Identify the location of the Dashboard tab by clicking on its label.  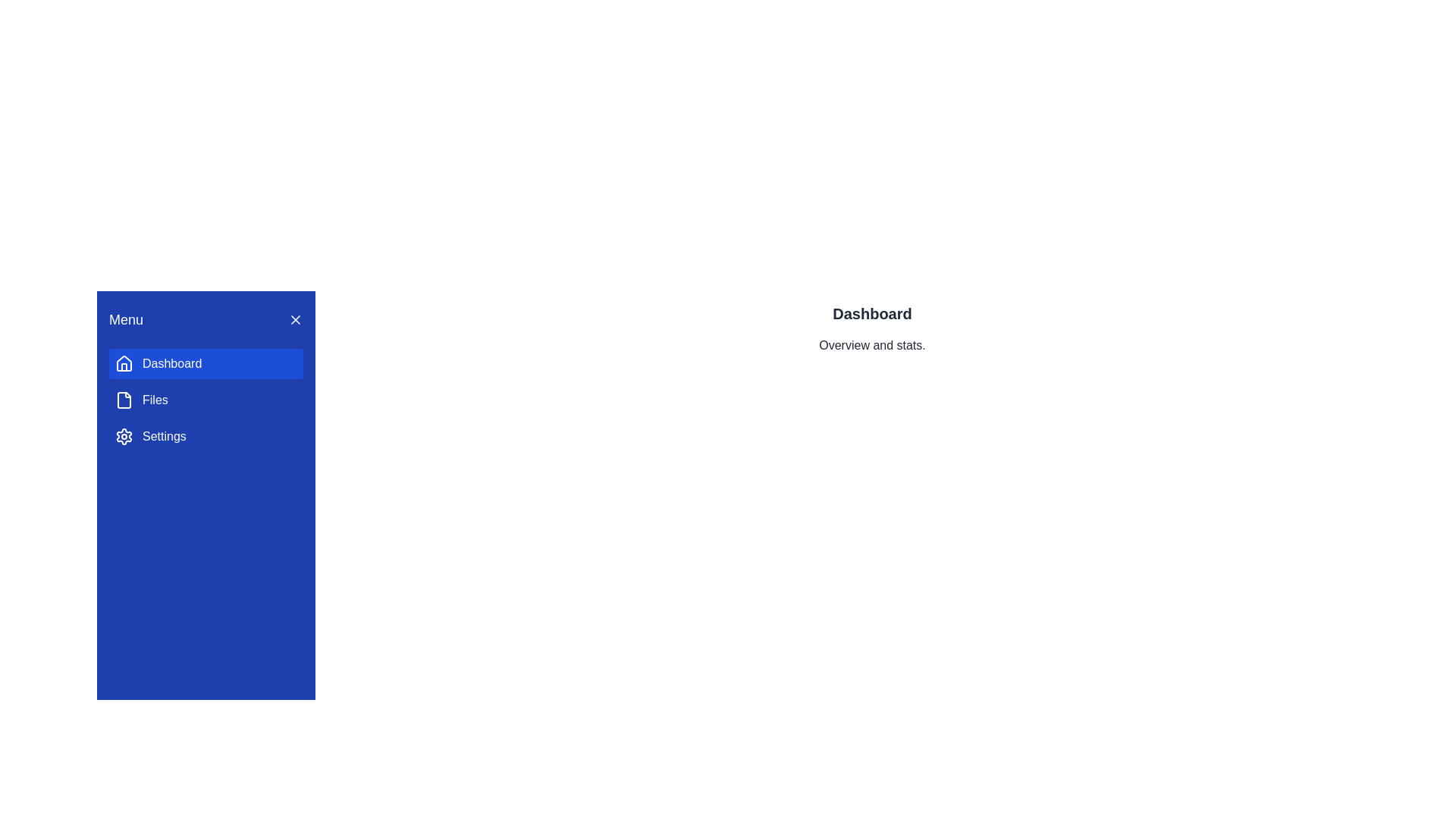
(206, 363).